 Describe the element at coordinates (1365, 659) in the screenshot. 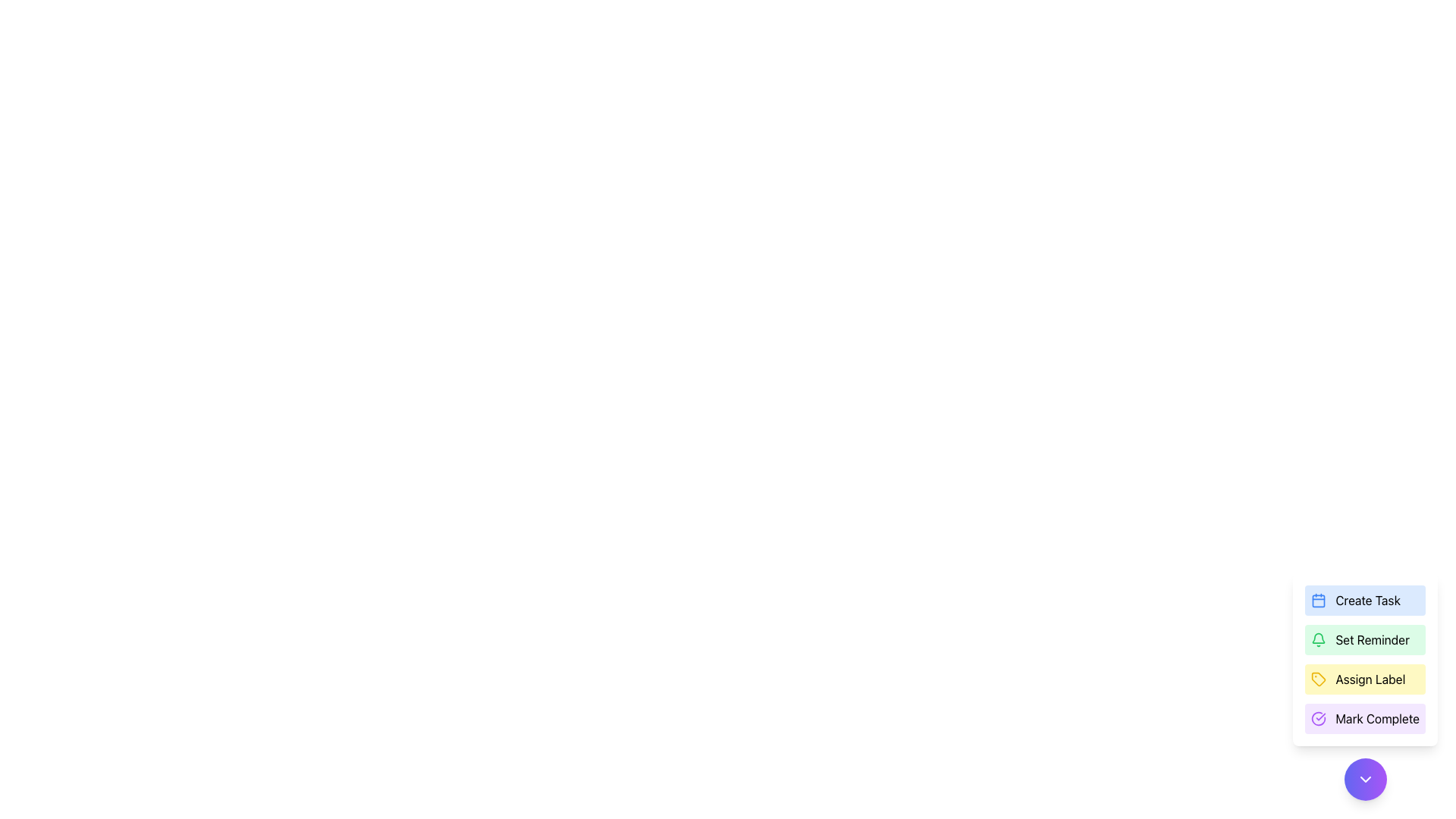

I see `the 'Assign Label' button in the lower-right section of the interface, which is the third item in the stacked menu list of buttons` at that location.